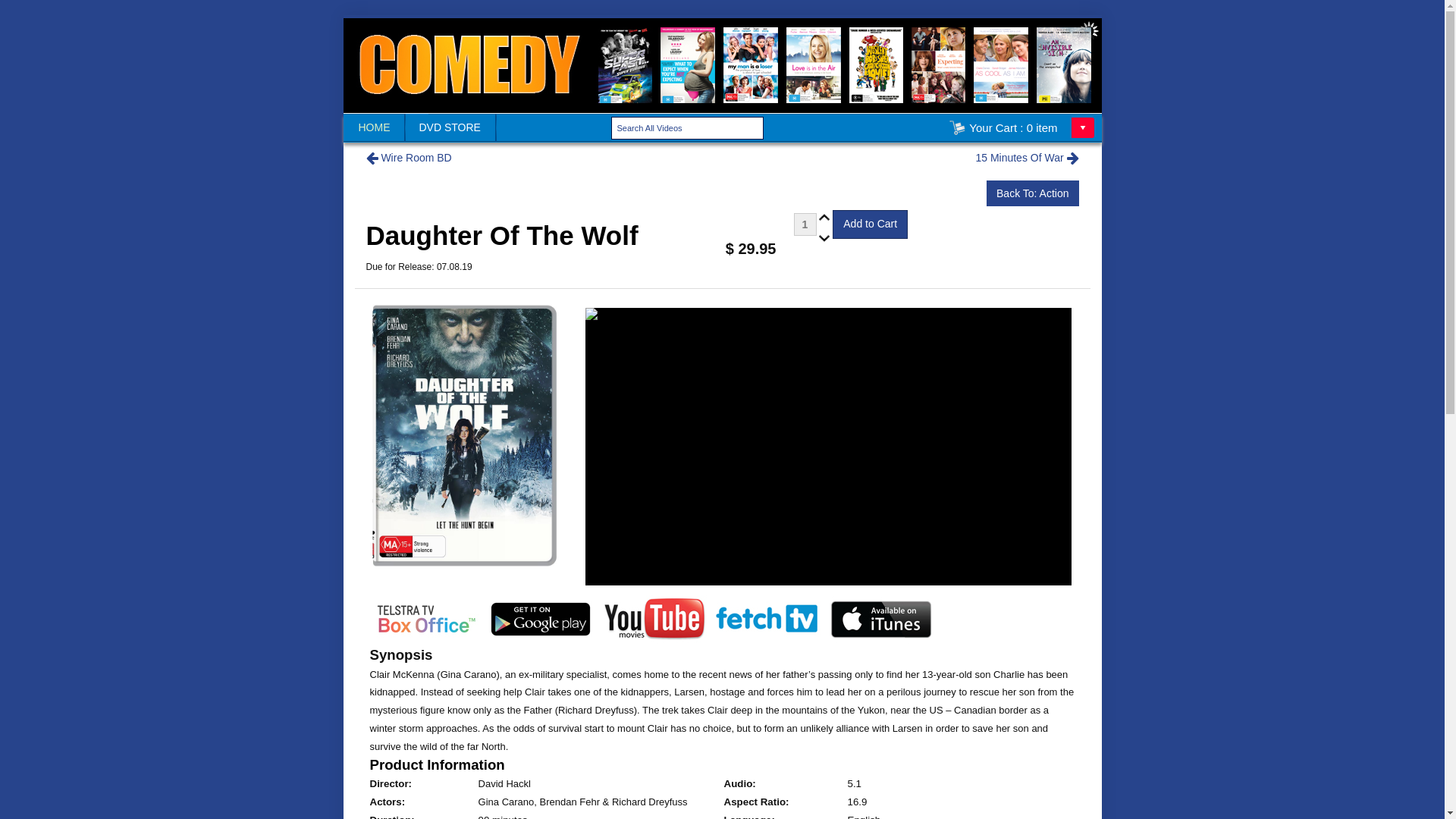 Image resolution: width=1456 pixels, height=819 pixels. I want to click on 'Back To: Action', so click(1031, 192).